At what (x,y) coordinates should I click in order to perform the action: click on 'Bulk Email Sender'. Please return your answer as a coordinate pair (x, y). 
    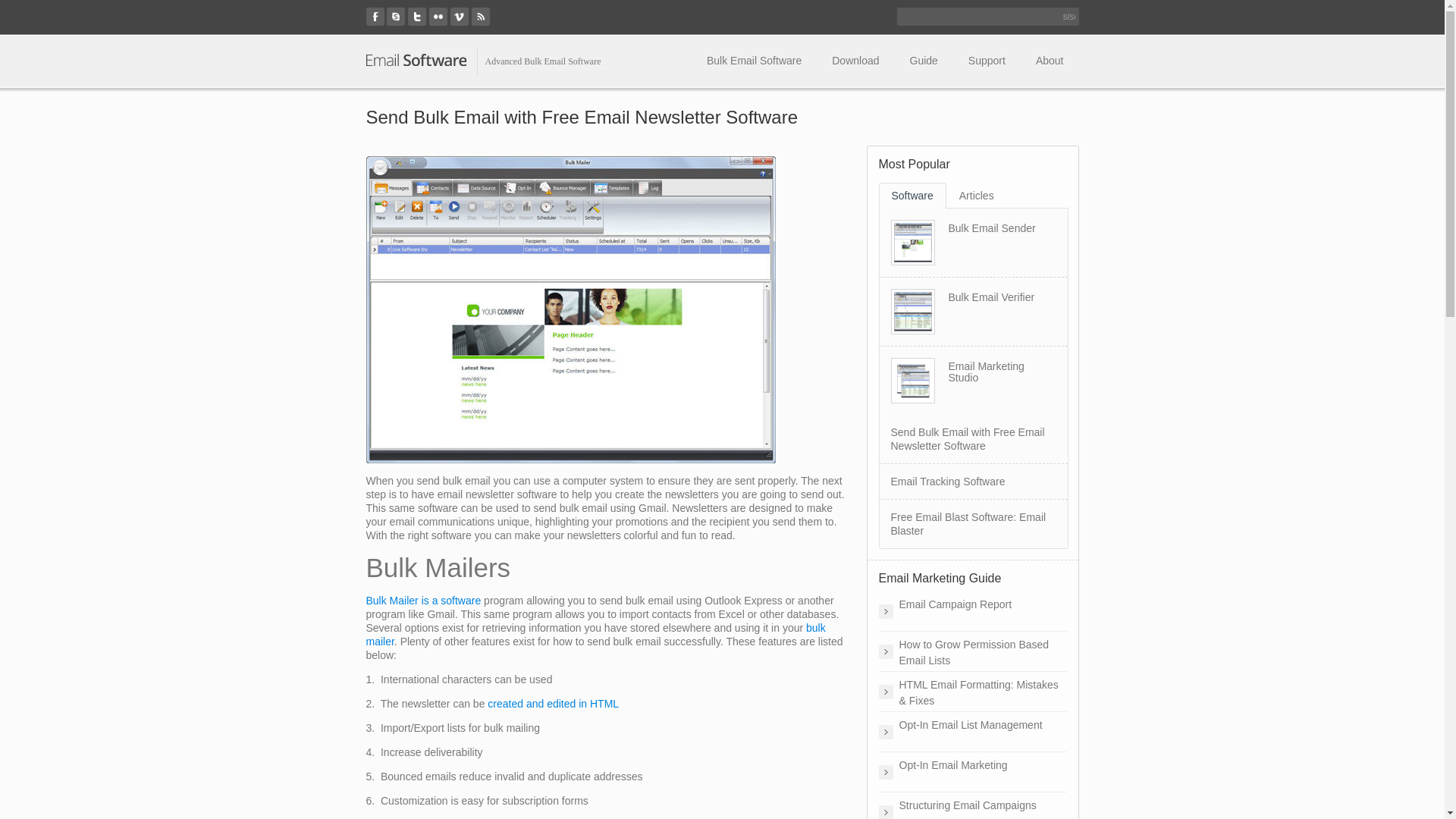
    Looking at the image, I should click on (991, 227).